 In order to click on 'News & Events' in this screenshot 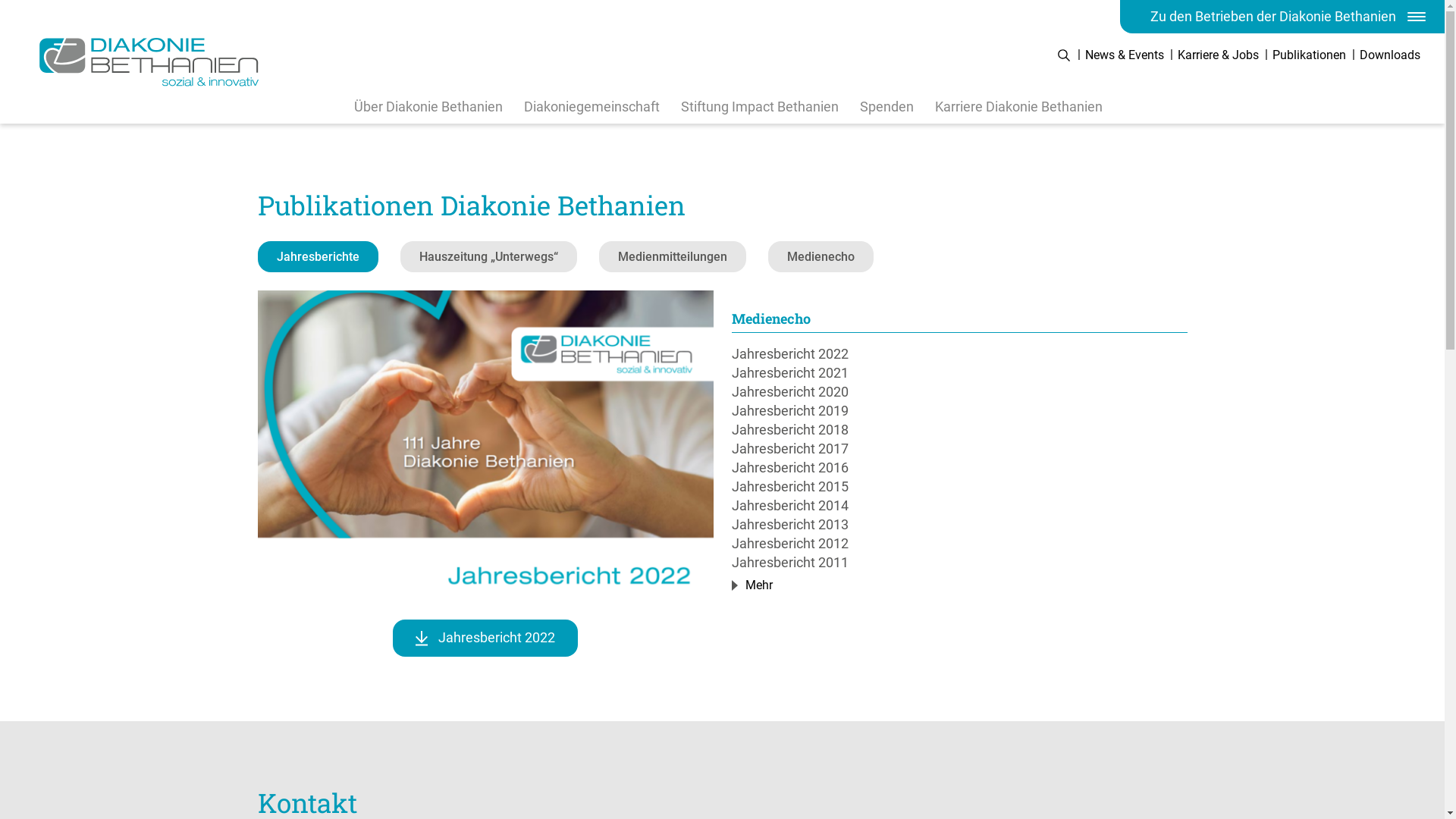, I will do `click(1125, 54)`.